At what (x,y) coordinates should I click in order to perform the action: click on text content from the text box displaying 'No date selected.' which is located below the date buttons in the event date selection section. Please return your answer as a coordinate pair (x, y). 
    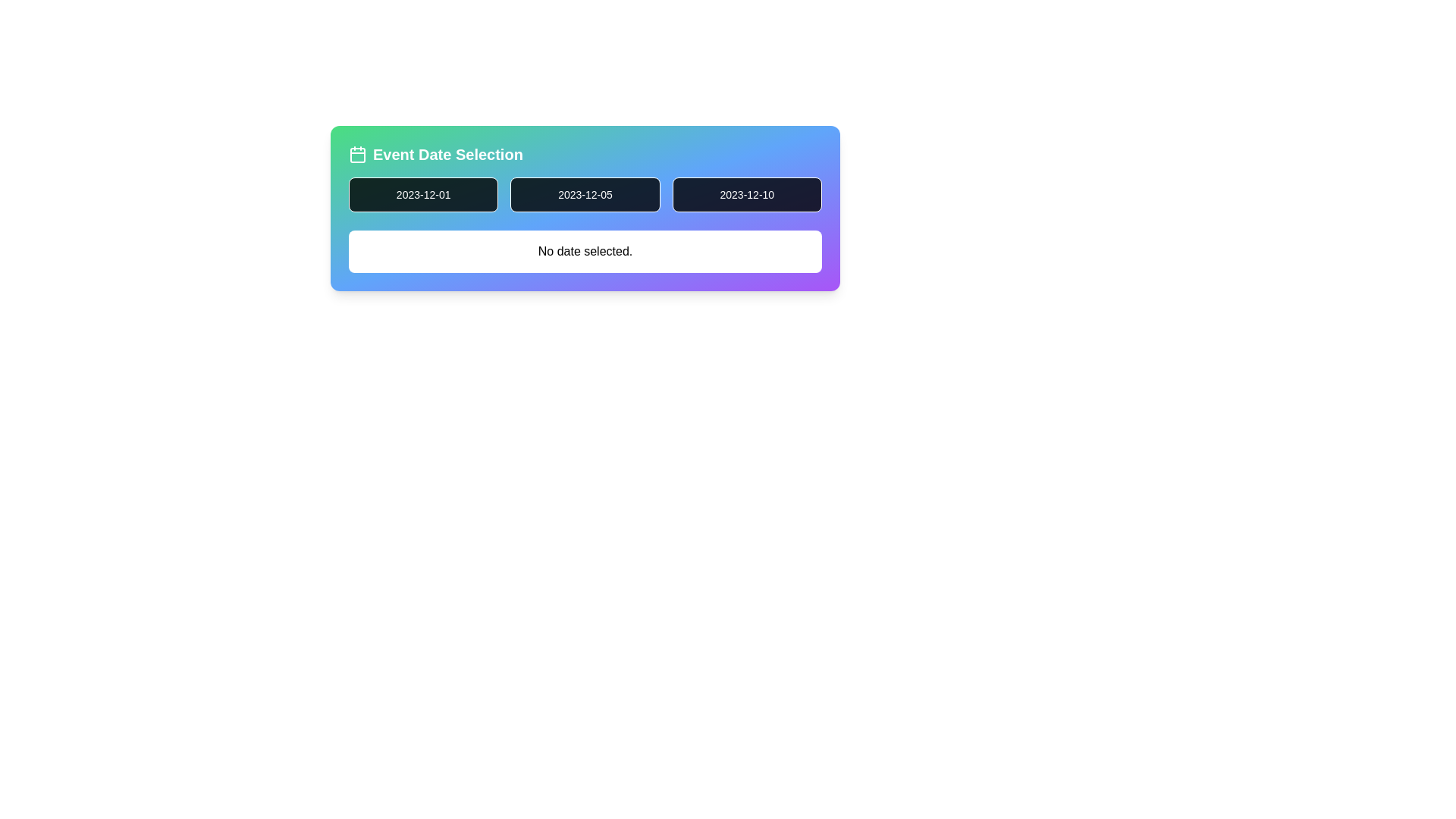
    Looking at the image, I should click on (585, 250).